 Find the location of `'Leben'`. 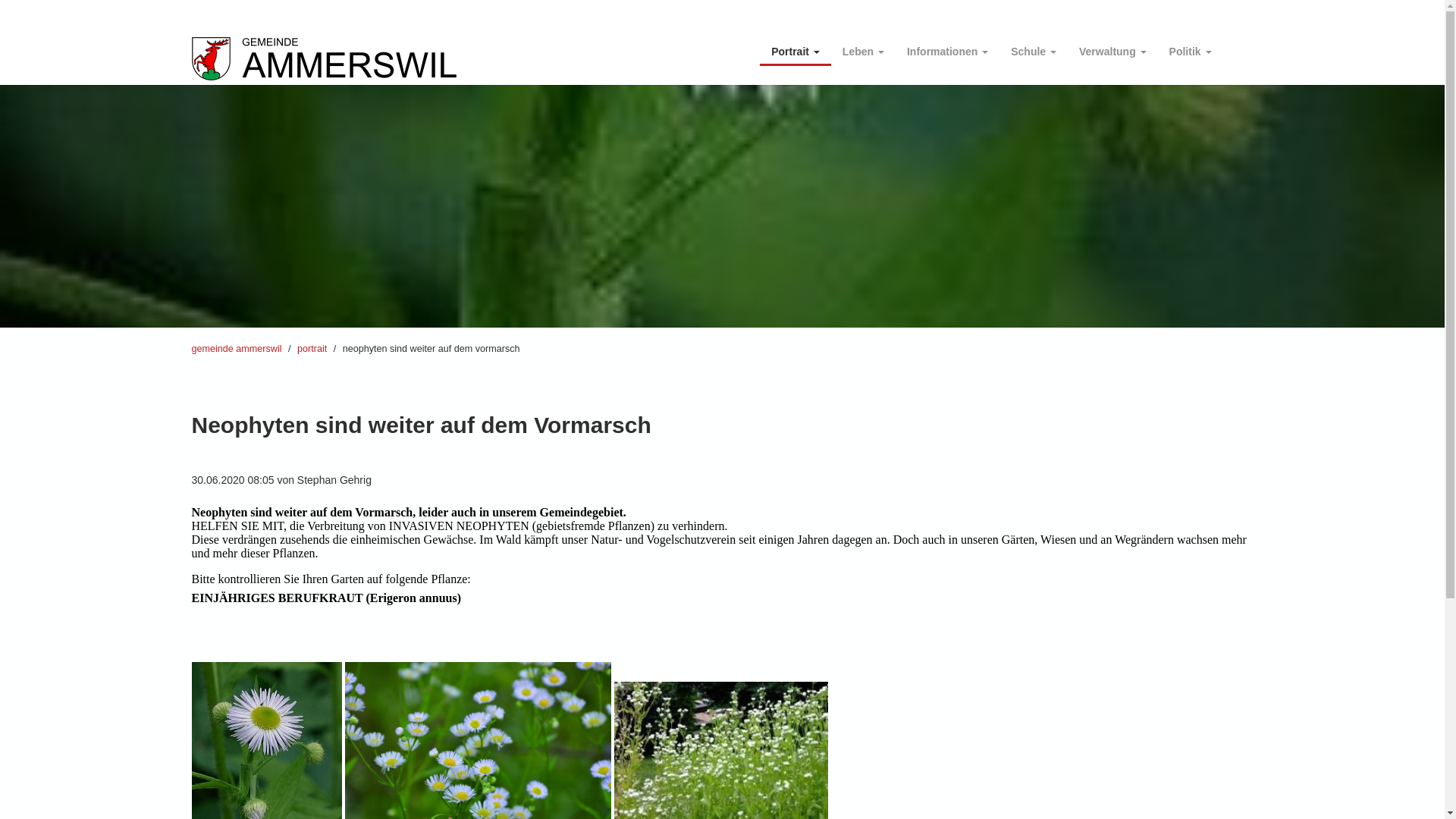

'Leben' is located at coordinates (863, 47).